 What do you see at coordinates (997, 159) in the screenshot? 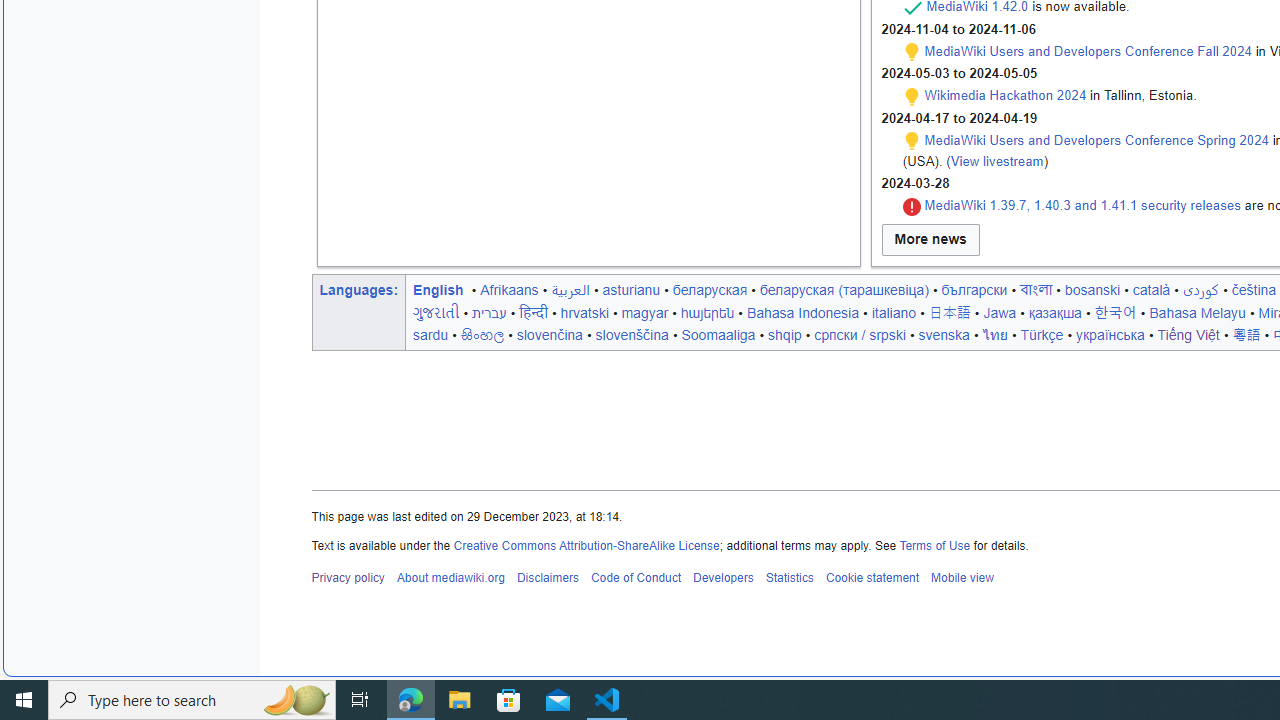
I see `'View livestream'` at bounding box center [997, 159].